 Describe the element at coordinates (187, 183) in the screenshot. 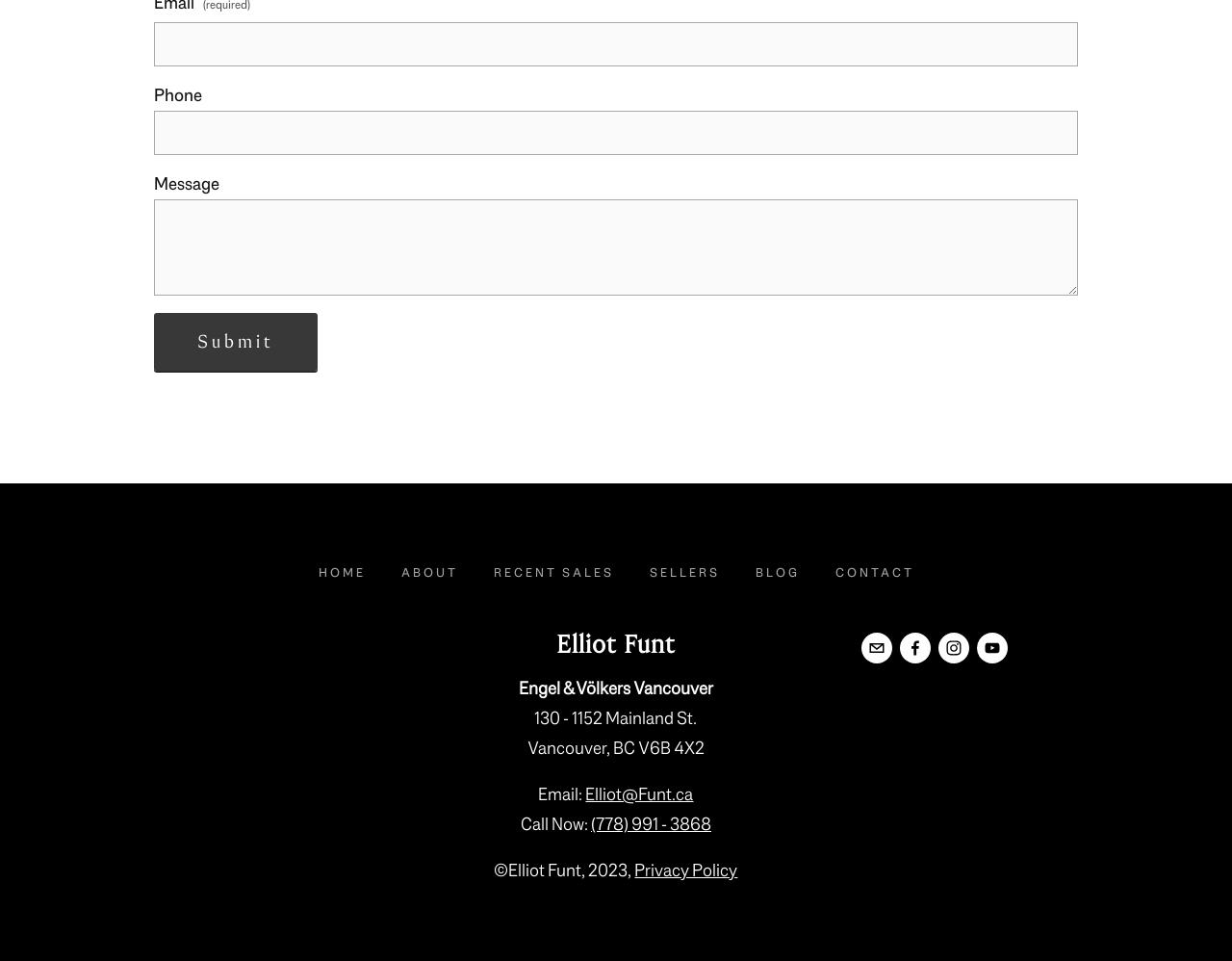

I see `'Message'` at that location.